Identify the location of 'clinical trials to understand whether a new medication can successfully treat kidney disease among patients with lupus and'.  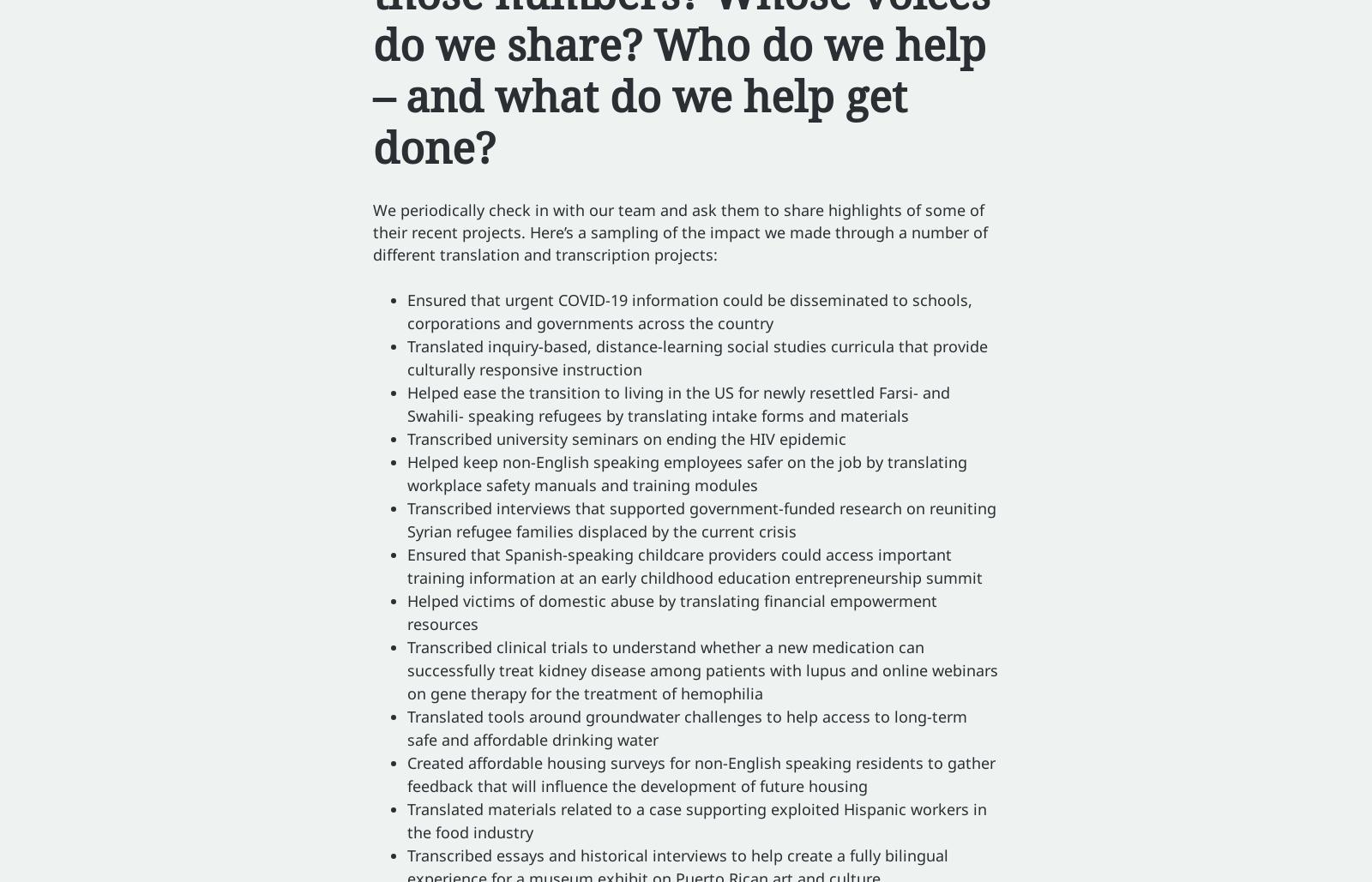
(406, 658).